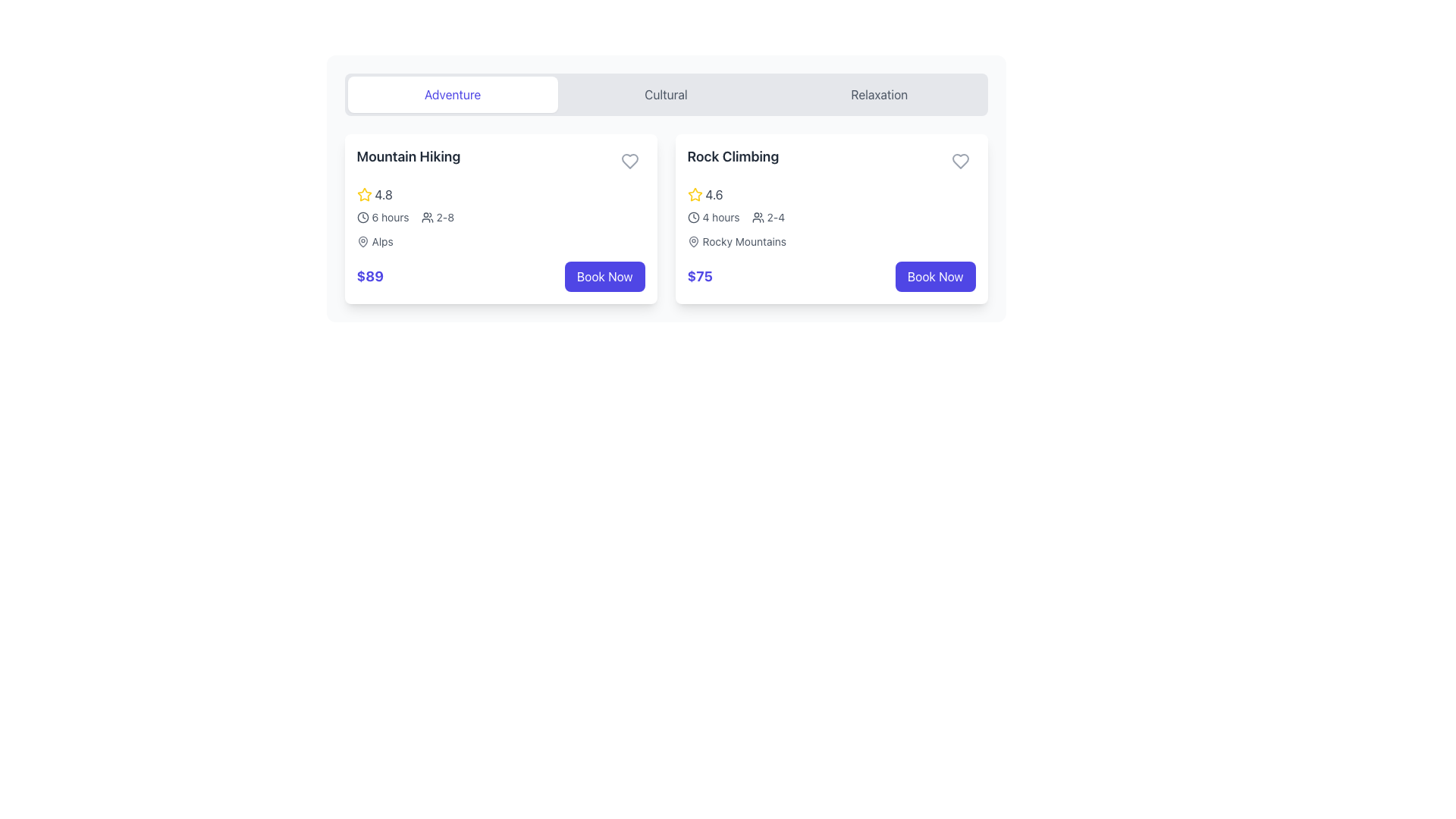 The height and width of the screenshot is (819, 1456). I want to click on the hollow heart icon located in the top-right corner of the 'Rock Climbing' card, so click(959, 161).